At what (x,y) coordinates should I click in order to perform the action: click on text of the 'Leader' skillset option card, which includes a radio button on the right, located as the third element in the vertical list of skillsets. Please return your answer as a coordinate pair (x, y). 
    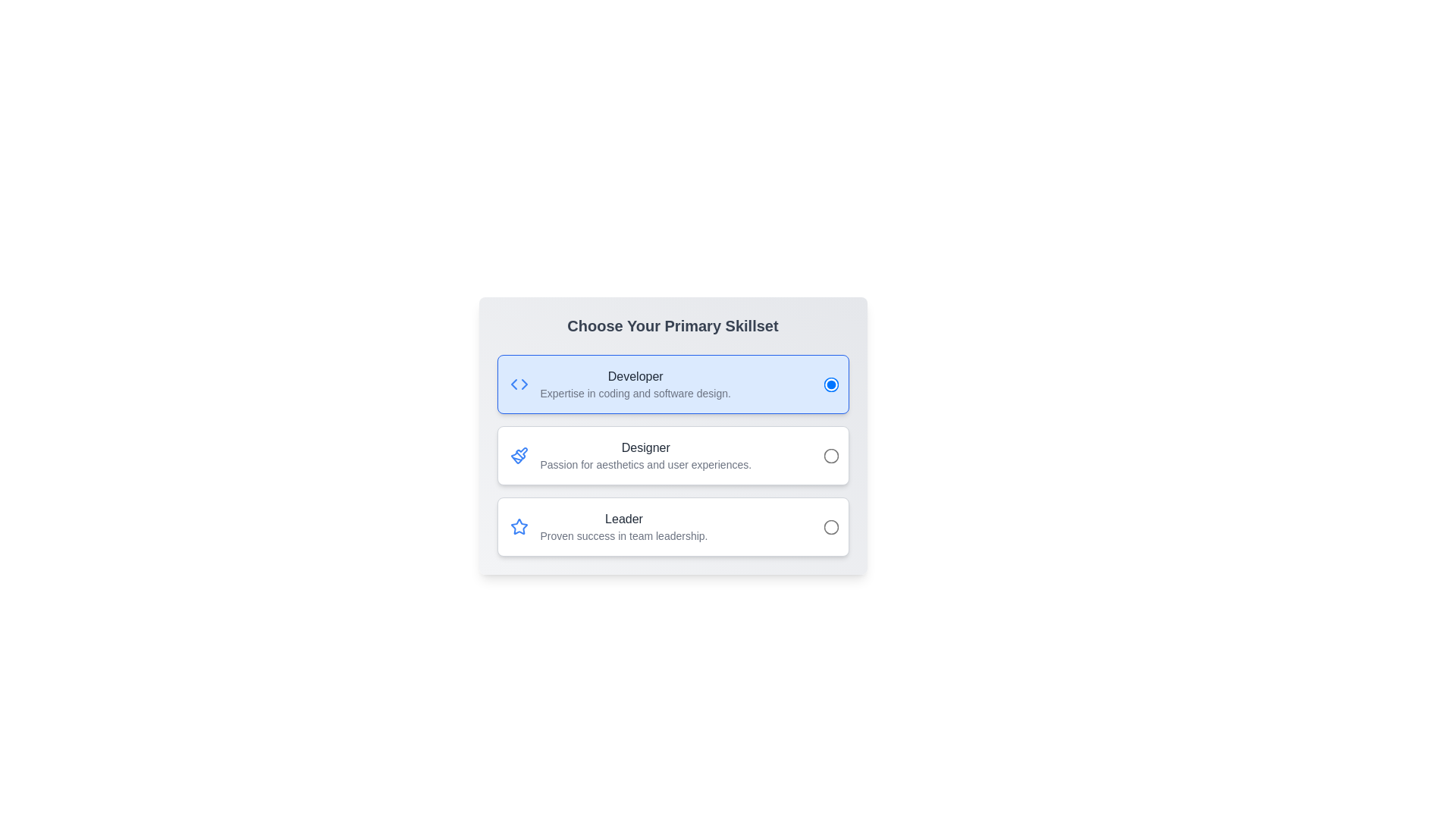
    Looking at the image, I should click on (672, 526).